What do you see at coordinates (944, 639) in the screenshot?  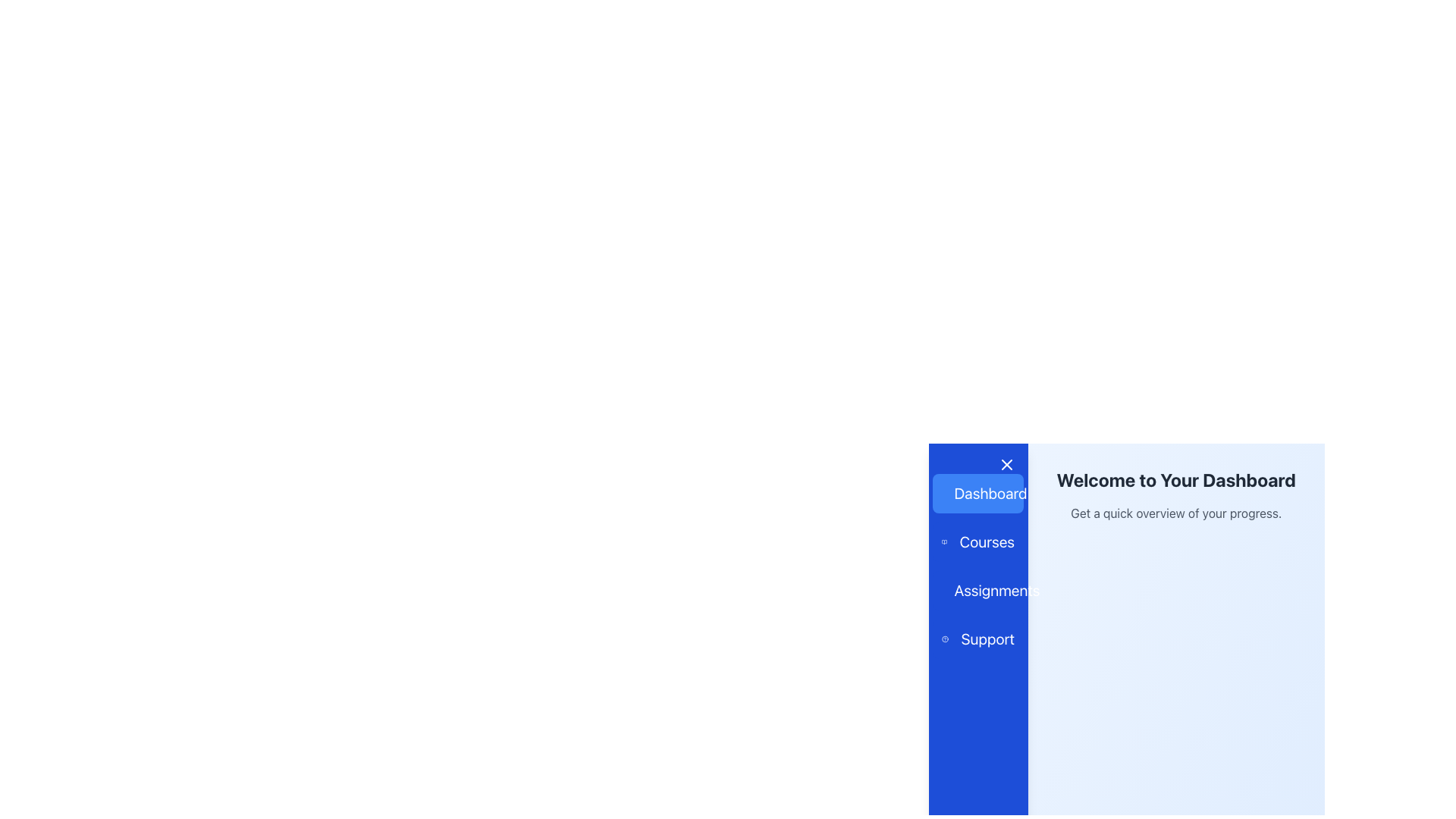 I see `the circular icon with a question mark that is located next to the text 'Support'` at bounding box center [944, 639].